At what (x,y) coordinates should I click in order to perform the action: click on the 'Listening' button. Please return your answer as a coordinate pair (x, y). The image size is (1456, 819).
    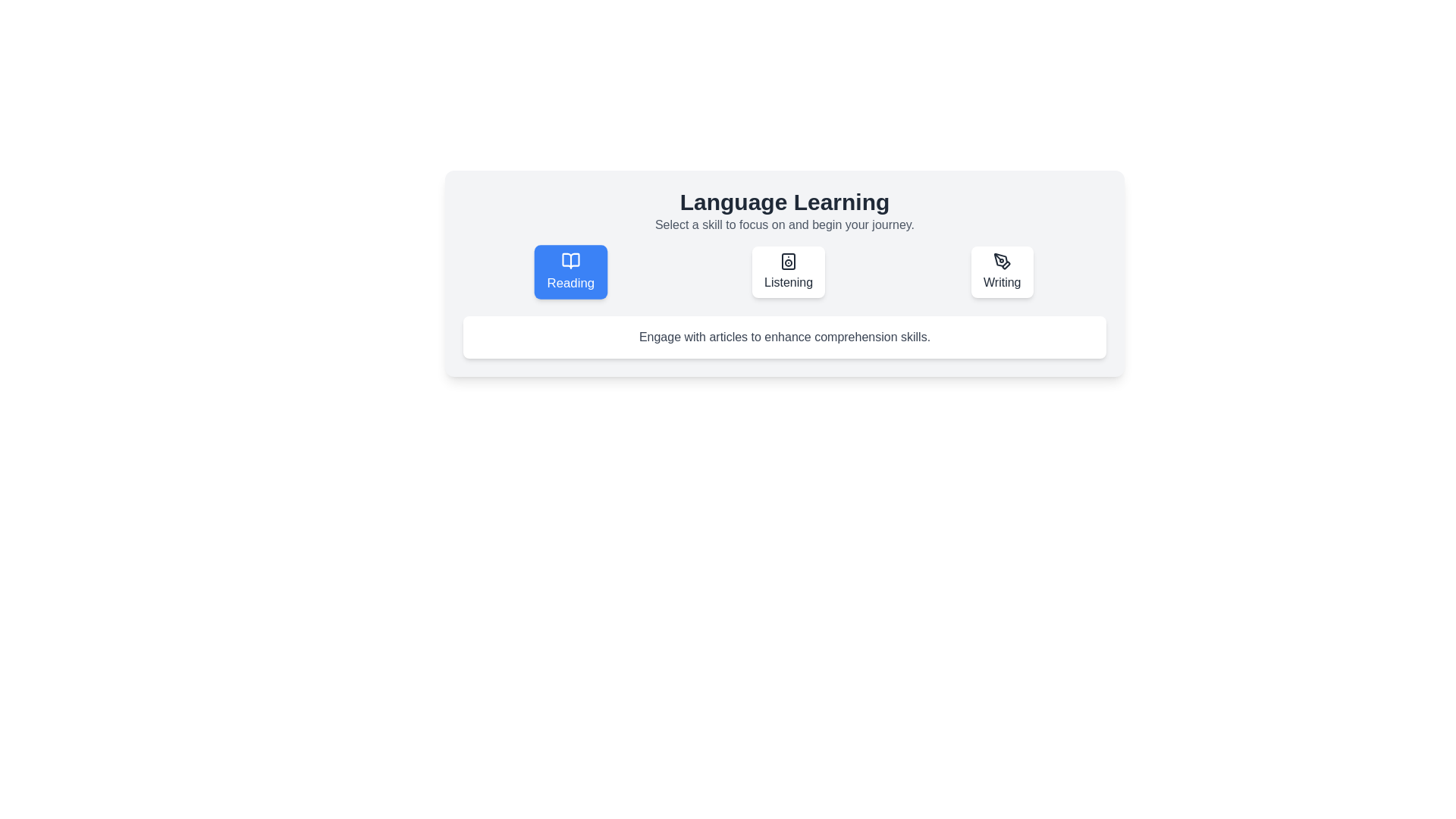
    Looking at the image, I should click on (789, 271).